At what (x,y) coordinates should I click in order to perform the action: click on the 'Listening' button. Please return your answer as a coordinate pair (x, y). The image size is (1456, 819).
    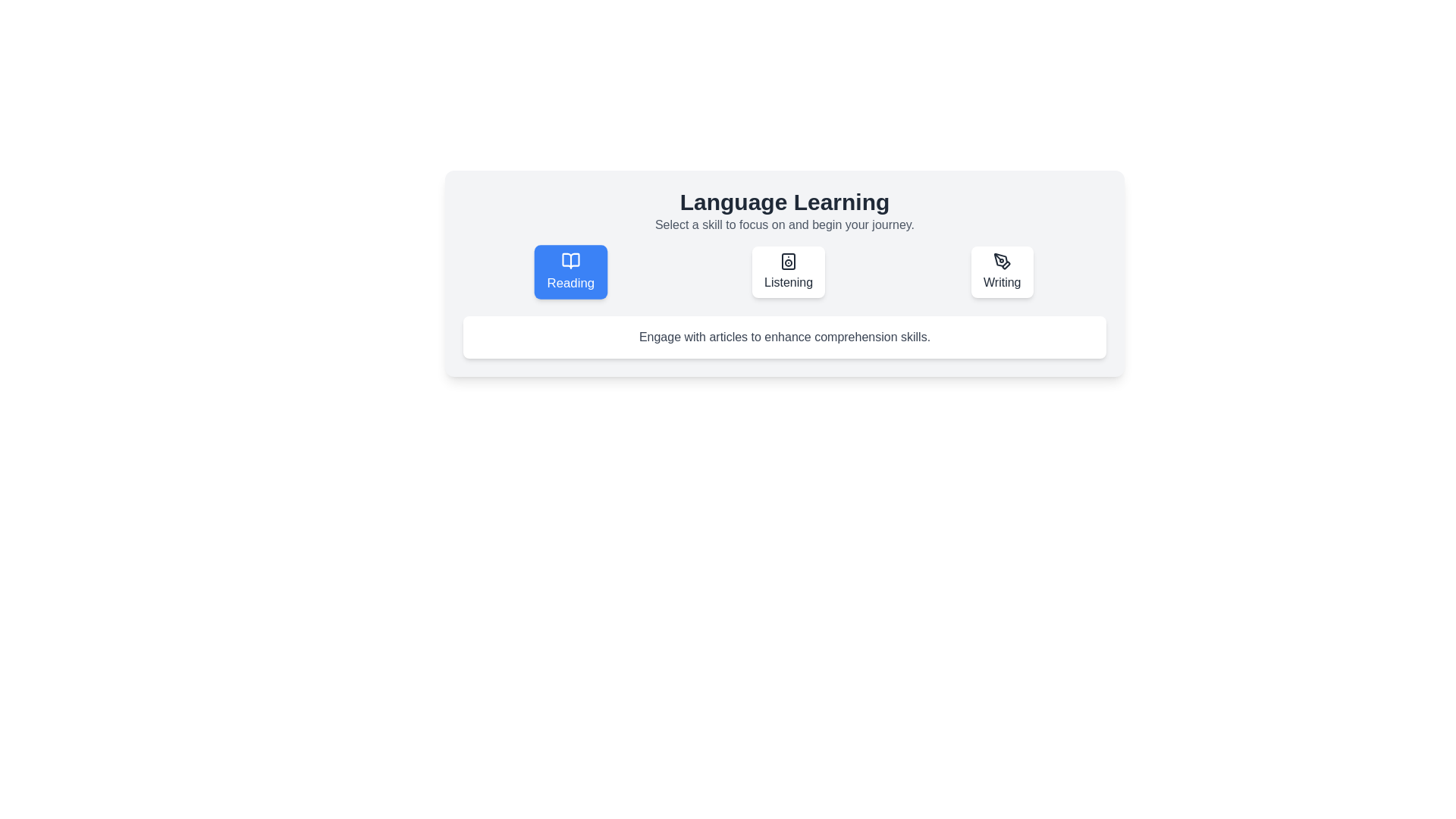
    Looking at the image, I should click on (789, 271).